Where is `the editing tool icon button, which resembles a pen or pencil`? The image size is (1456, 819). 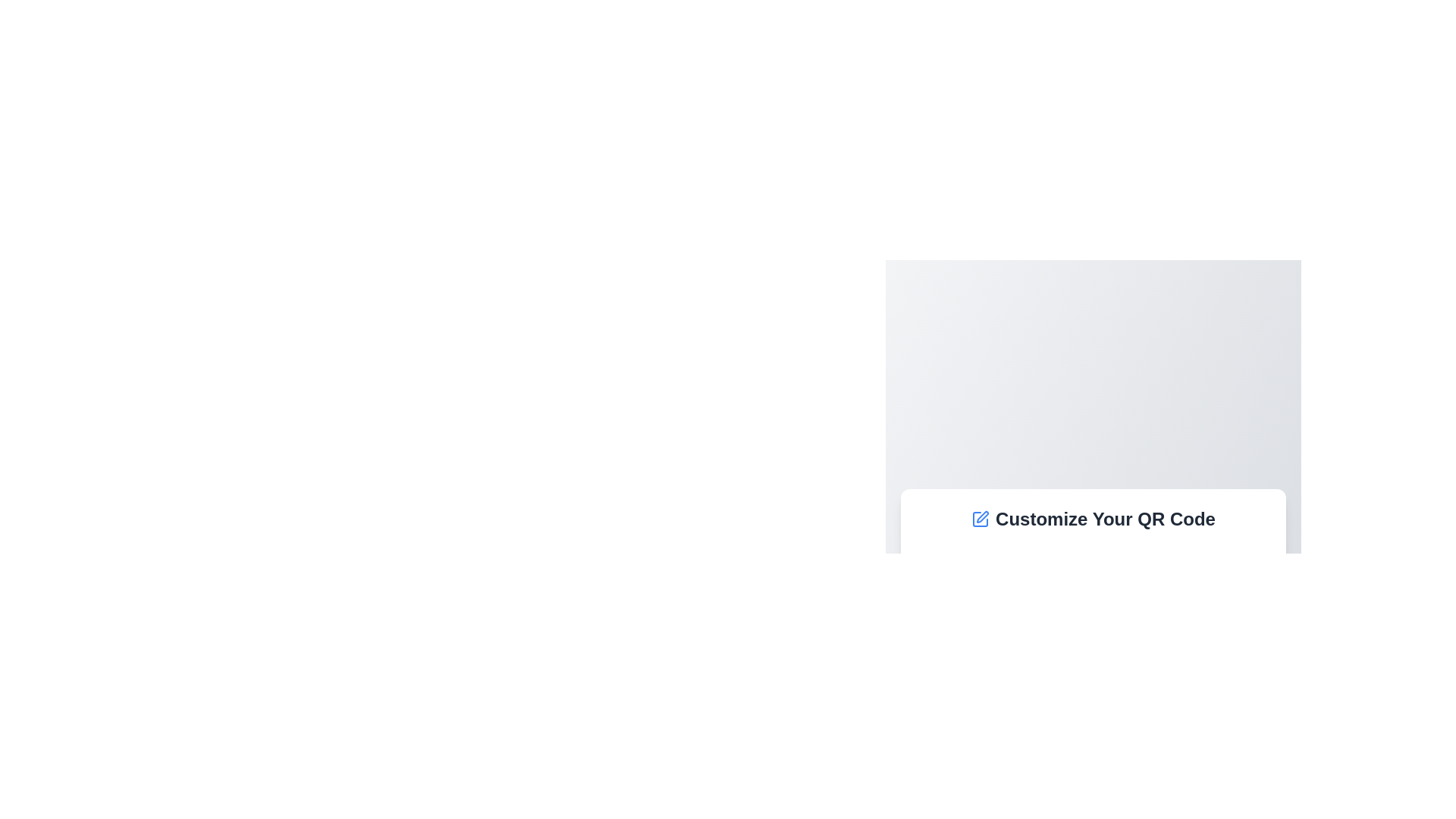
the editing tool icon button, which resembles a pen or pencil is located at coordinates (983, 516).